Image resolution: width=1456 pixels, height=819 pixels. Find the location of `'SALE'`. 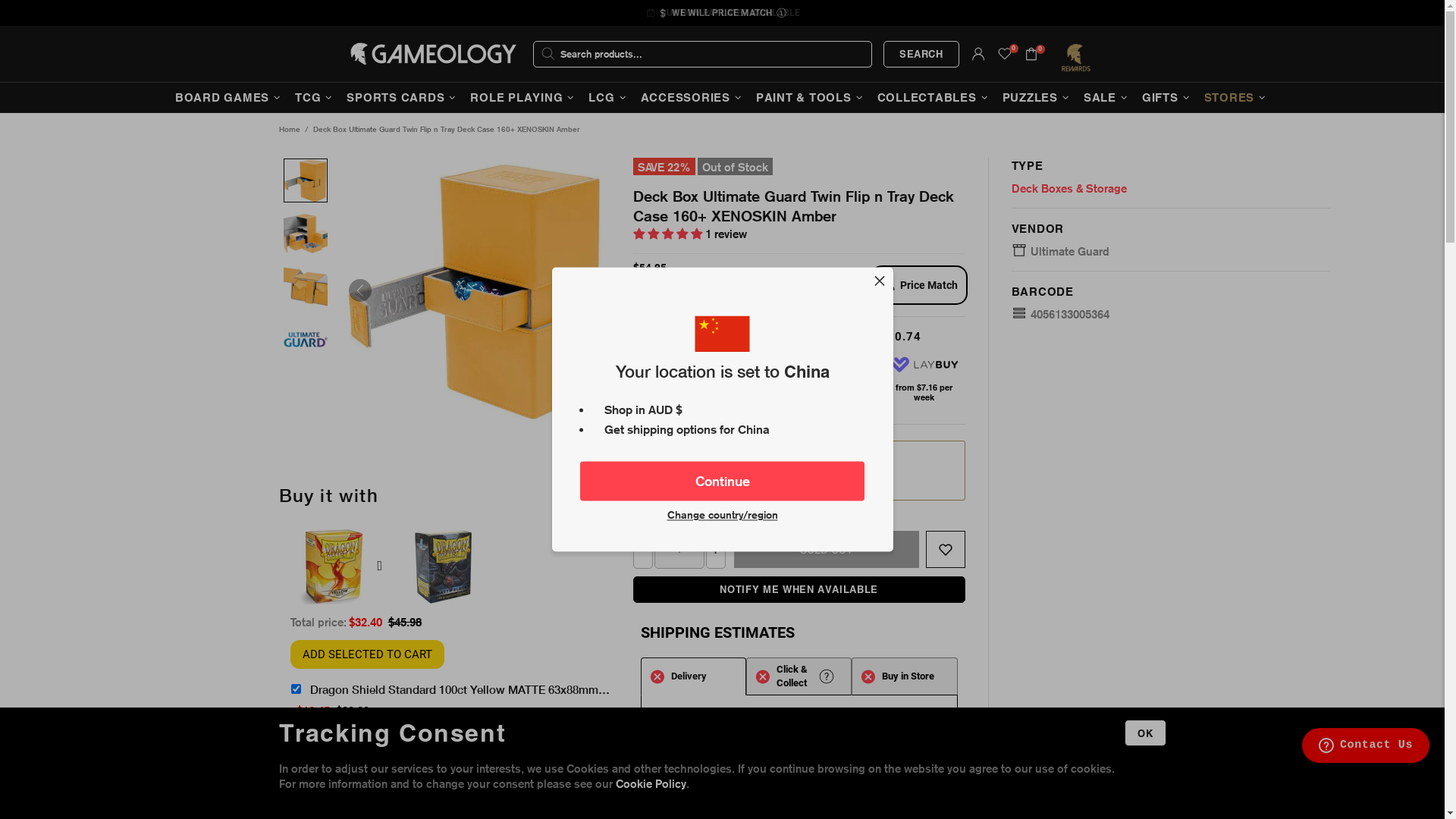

'SALE' is located at coordinates (1077, 97).